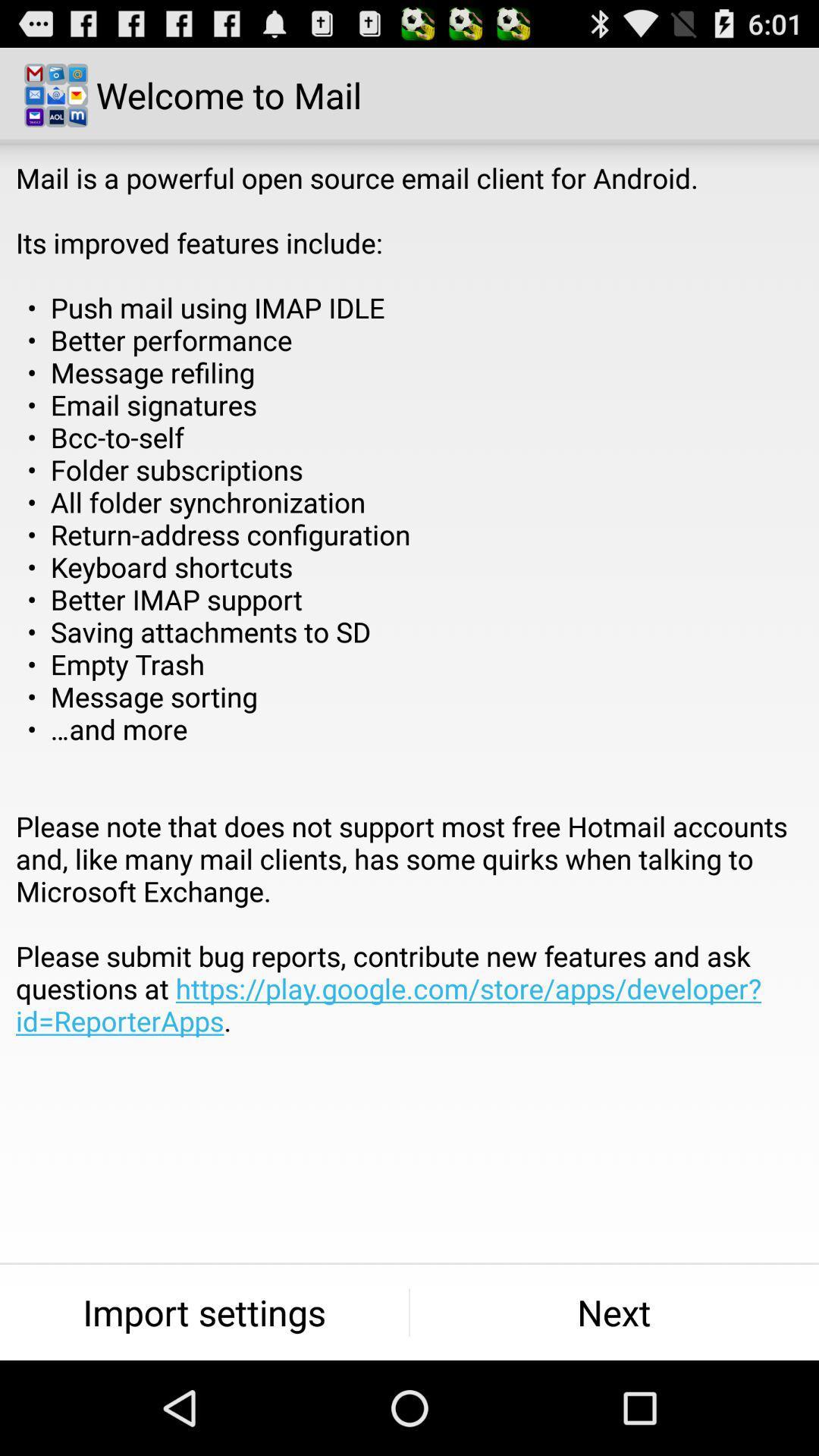  I want to click on item to the right of import settings button, so click(614, 1312).